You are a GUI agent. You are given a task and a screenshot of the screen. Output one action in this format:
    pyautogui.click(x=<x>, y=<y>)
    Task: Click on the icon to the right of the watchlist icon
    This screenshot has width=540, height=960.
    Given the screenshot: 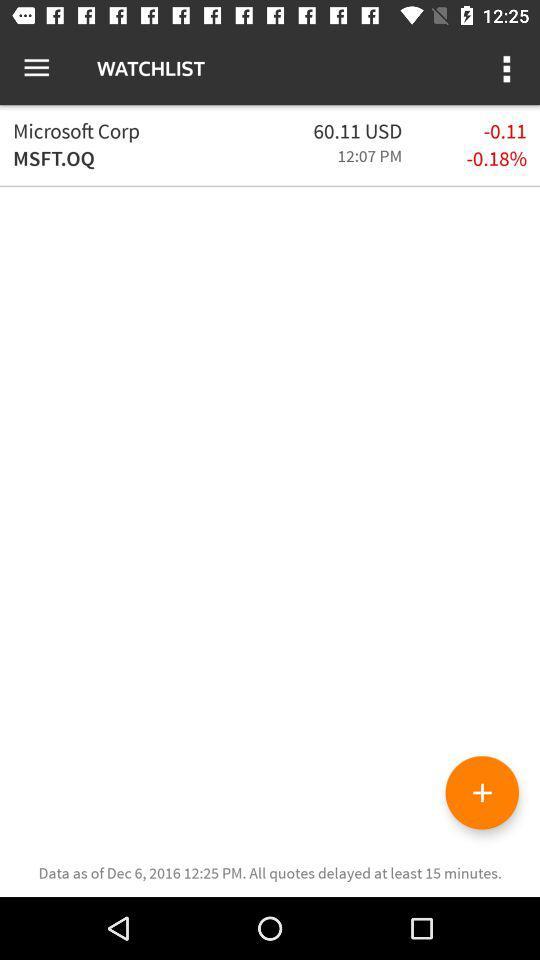 What is the action you would take?
    pyautogui.click(x=508, y=68)
    